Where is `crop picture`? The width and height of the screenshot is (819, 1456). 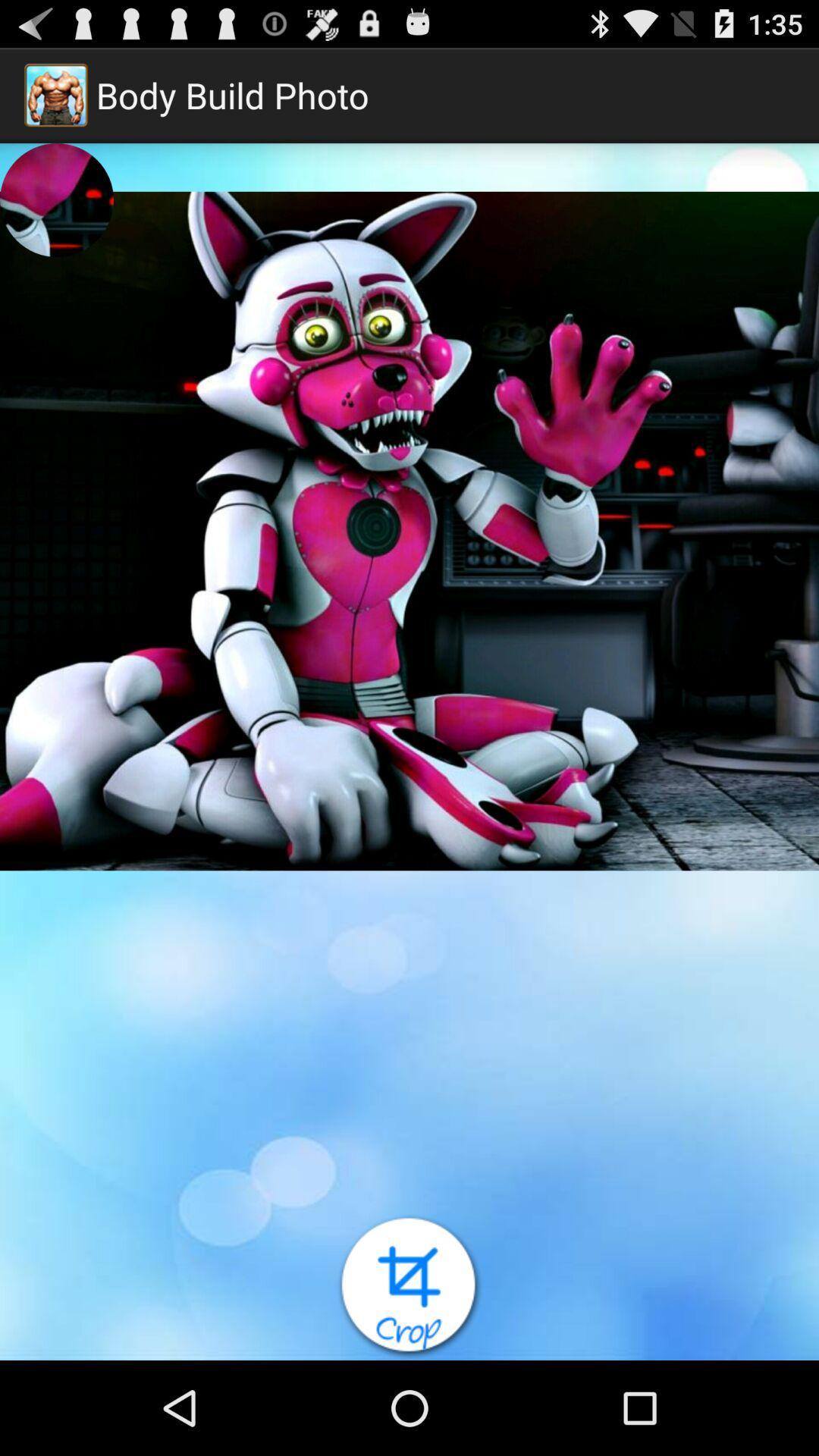
crop picture is located at coordinates (409, 1286).